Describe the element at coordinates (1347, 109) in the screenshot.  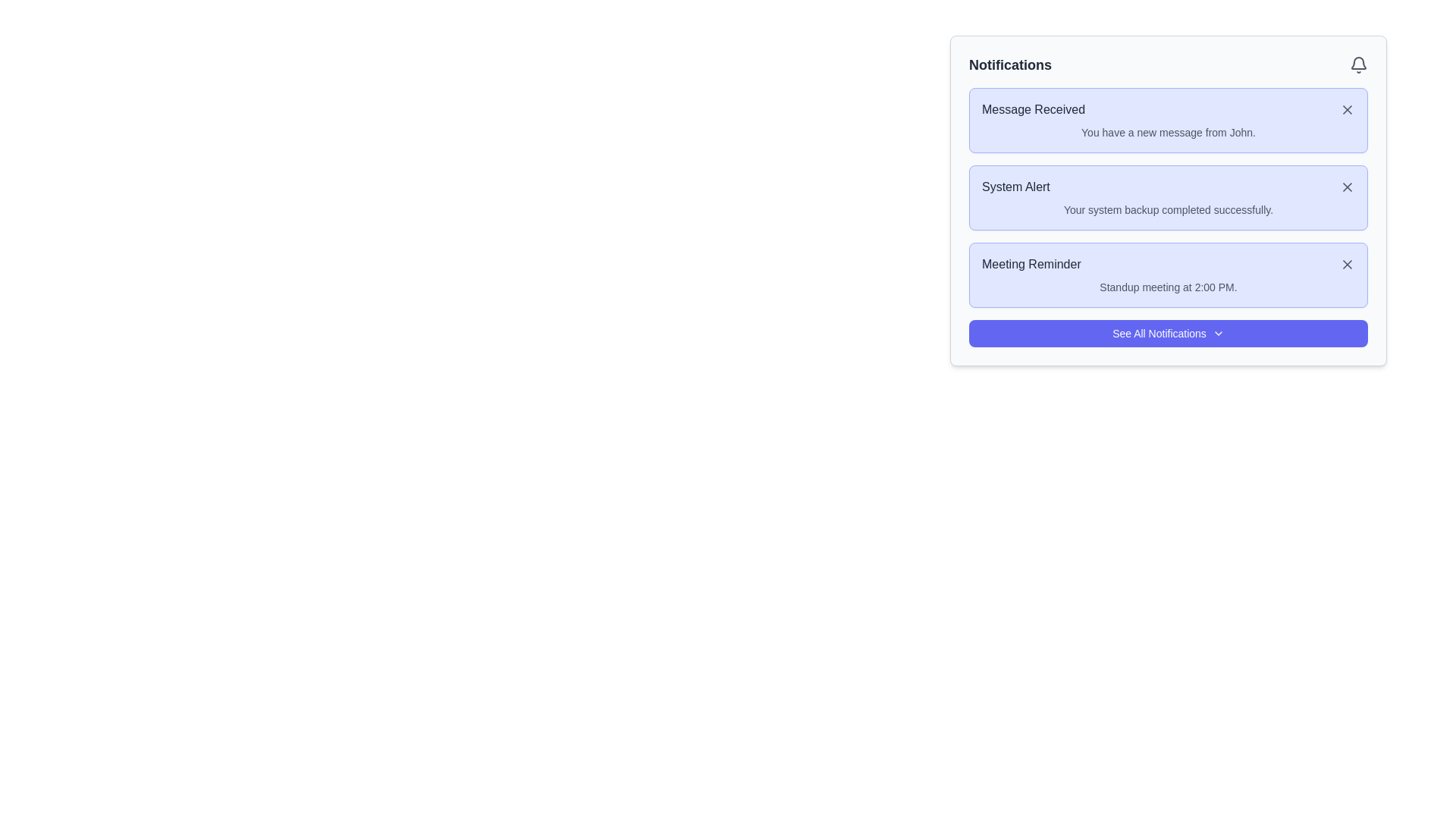
I see `the Close Button icon (X) located at the top-right corner of the 'Message Received' notification card` at that location.